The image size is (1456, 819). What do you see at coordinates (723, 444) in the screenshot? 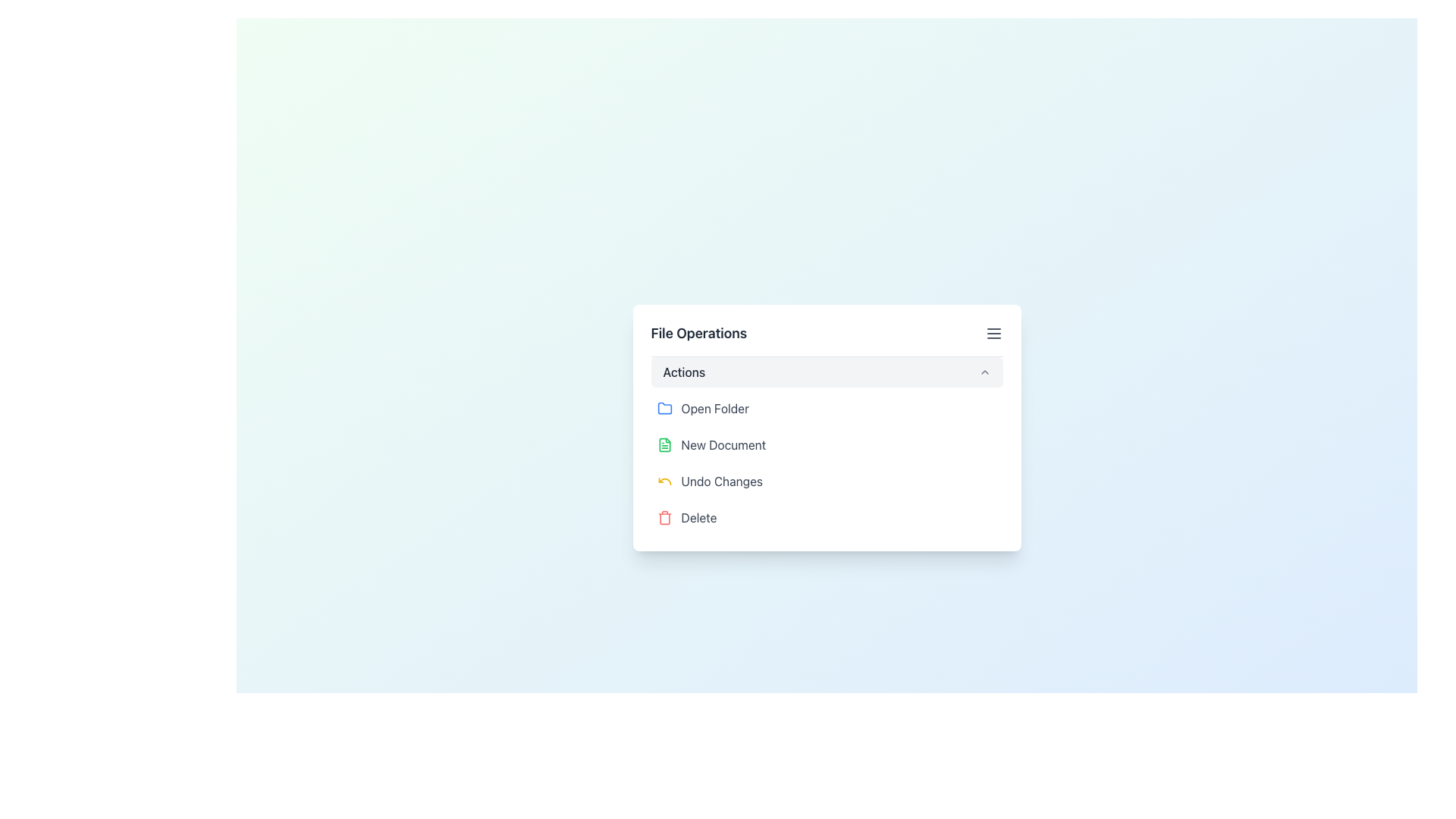
I see `the 'New Document' label, which is styled in gray and positioned as the second item in the 'File Operations' dialog box, accompanied by a green icon` at bounding box center [723, 444].